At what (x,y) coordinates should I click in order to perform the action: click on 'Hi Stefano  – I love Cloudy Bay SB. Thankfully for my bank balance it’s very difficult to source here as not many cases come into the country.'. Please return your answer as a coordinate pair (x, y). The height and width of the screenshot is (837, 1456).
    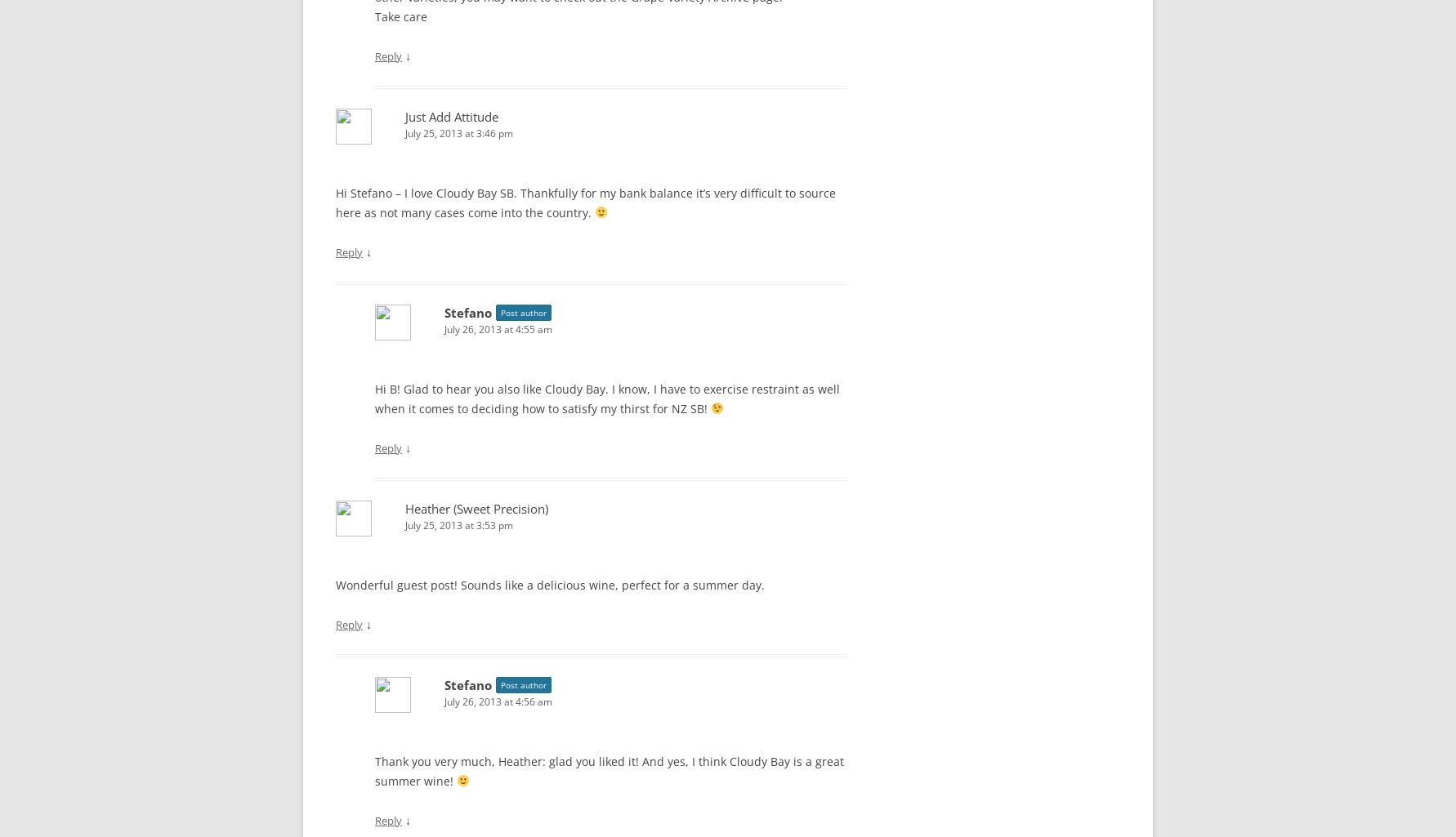
    Looking at the image, I should click on (586, 201).